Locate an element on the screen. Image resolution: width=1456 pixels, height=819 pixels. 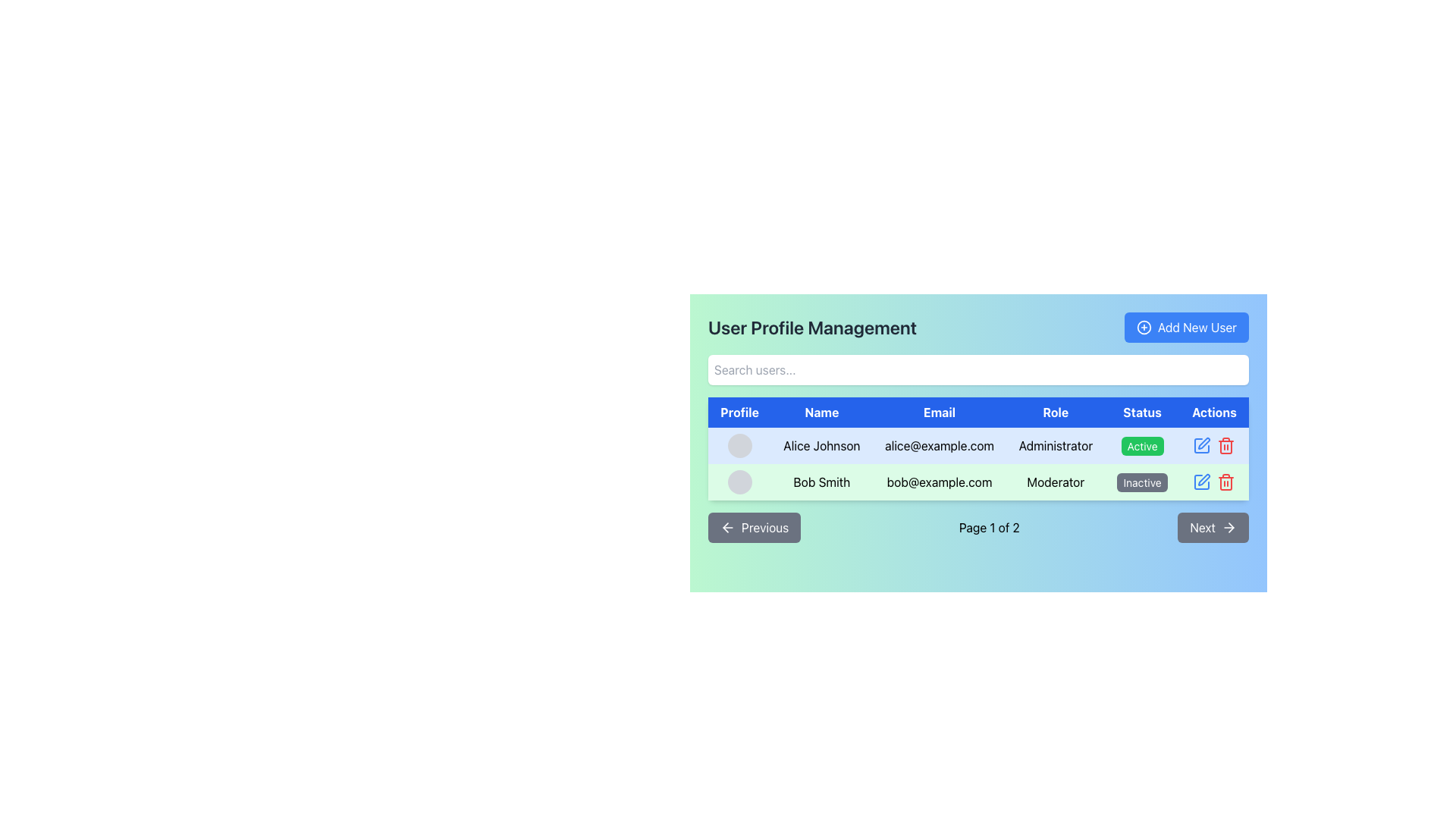
the 'Administrator' text label located in the fourth column of the data table, which corresponds to 'Alice Johnson' is located at coordinates (1055, 444).